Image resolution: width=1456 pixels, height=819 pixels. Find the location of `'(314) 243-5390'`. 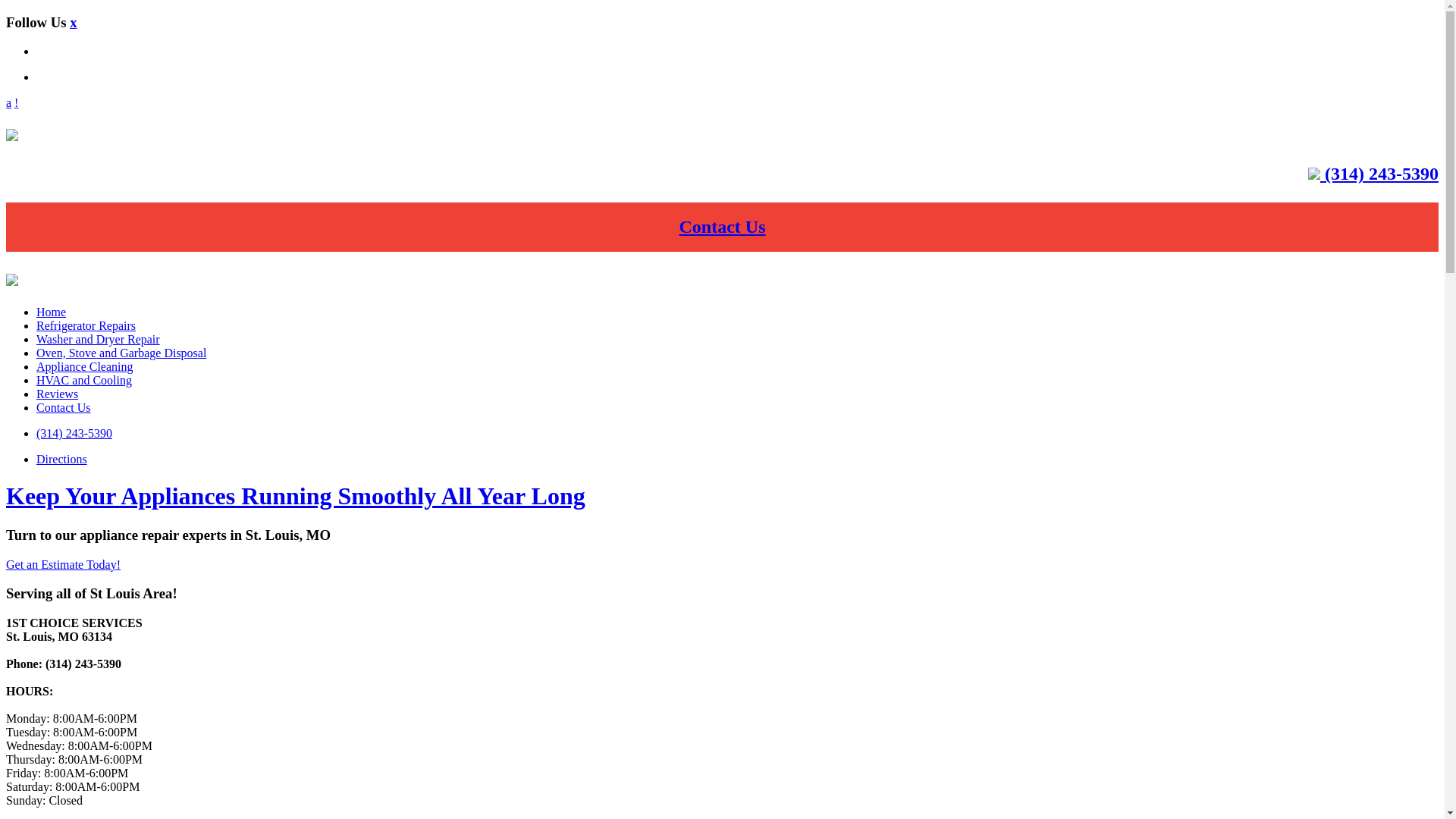

'(314) 243-5390' is located at coordinates (1379, 172).